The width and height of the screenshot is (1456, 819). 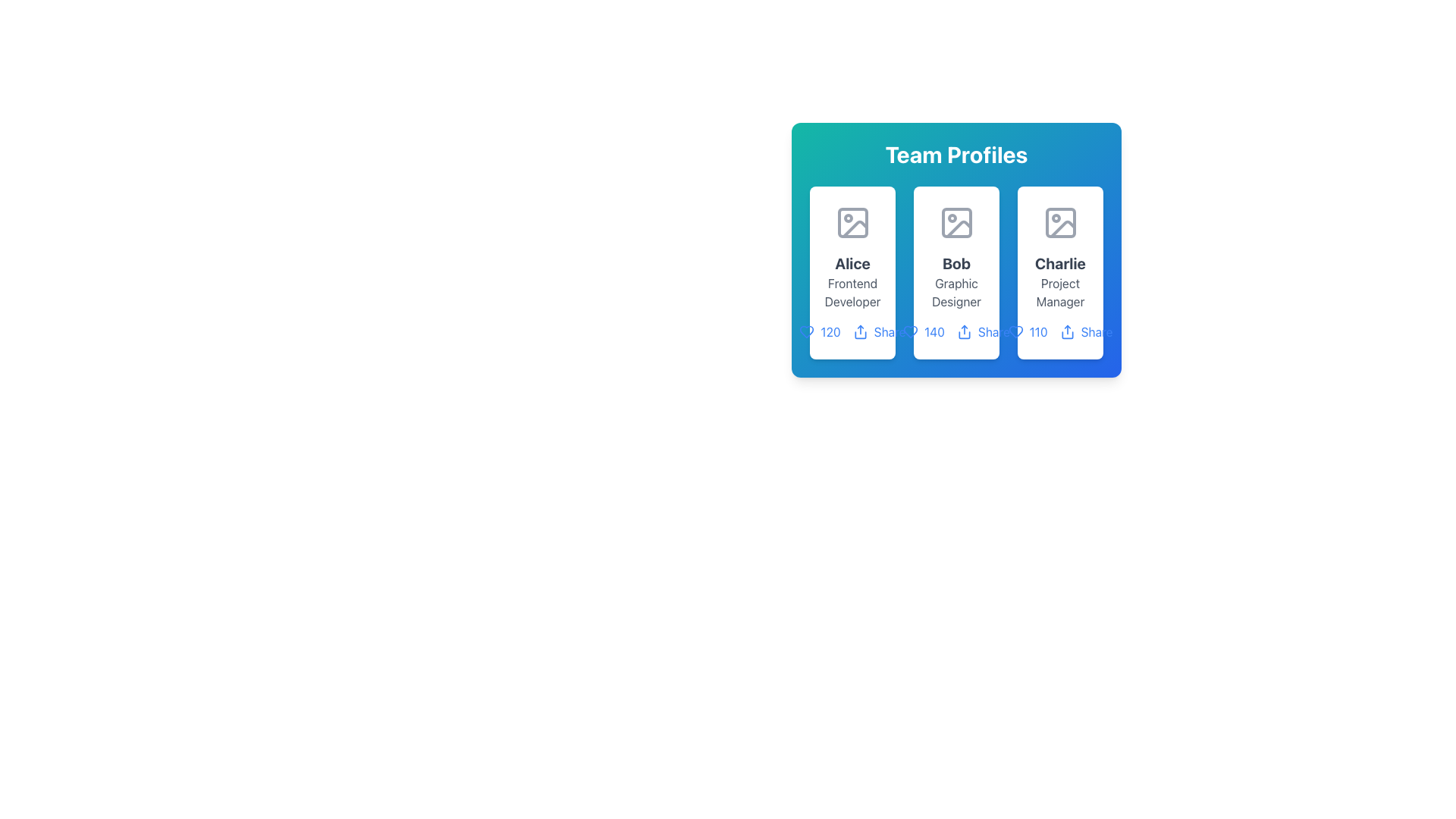 I want to click on the rectangular background of the image icon for 'Charlie - Project Manager' located in the 'Team Profiles' section, so click(x=1059, y=222).